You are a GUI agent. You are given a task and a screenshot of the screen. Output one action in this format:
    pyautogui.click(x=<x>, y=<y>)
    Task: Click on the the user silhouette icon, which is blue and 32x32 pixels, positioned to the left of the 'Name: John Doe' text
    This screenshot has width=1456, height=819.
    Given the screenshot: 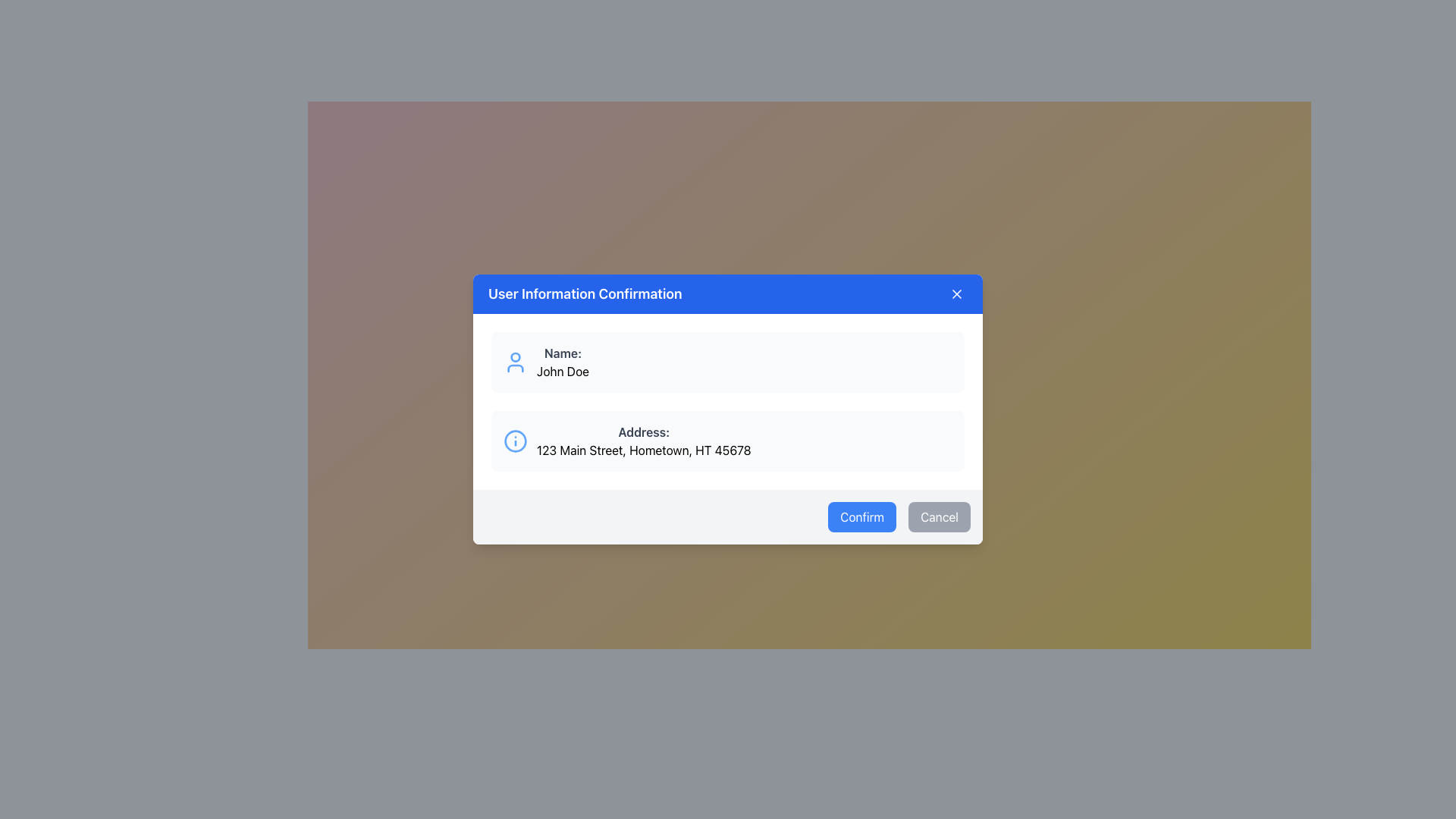 What is the action you would take?
    pyautogui.click(x=516, y=362)
    